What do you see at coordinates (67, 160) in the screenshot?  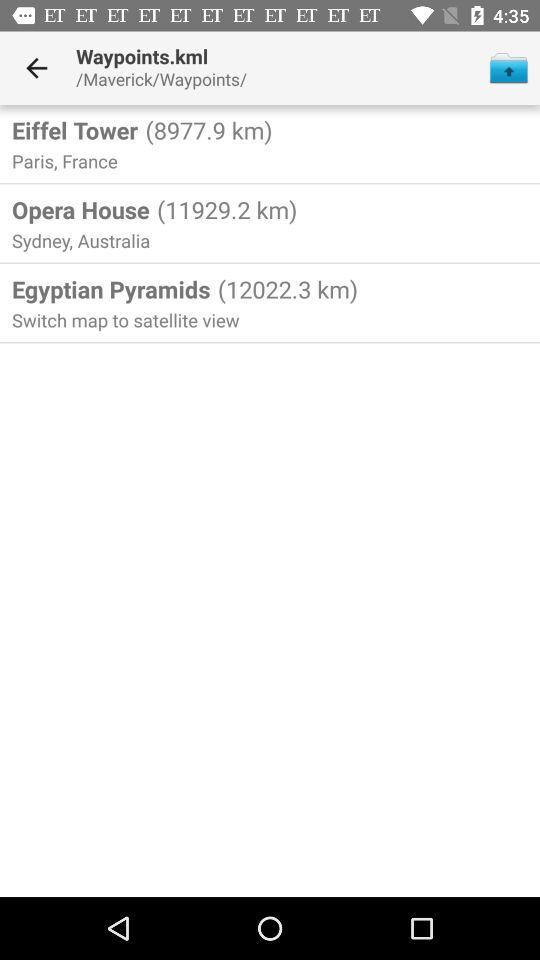 I see `paris, france  icon` at bounding box center [67, 160].